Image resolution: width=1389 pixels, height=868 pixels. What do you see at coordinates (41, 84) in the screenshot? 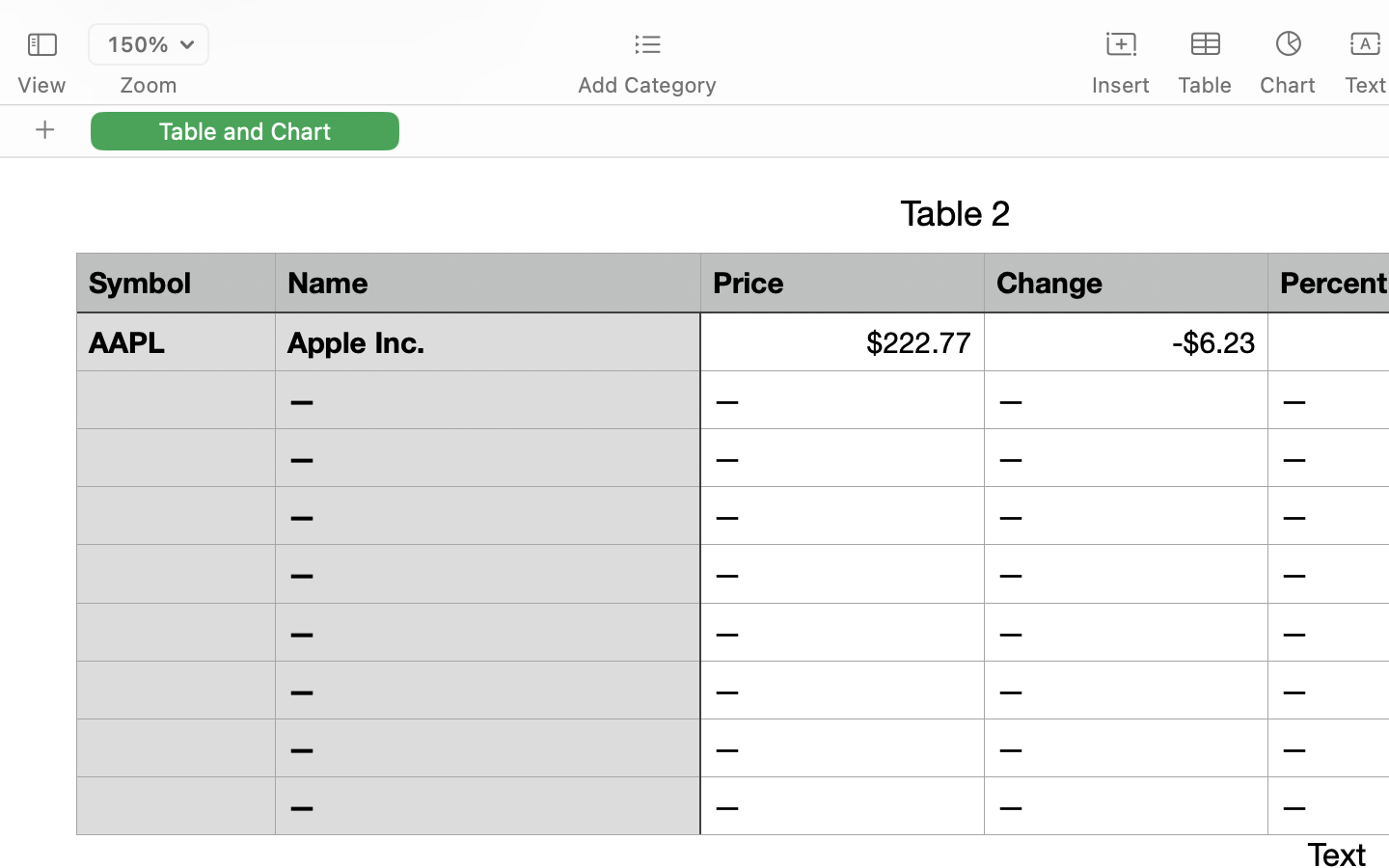
I see `'View'` at bounding box center [41, 84].